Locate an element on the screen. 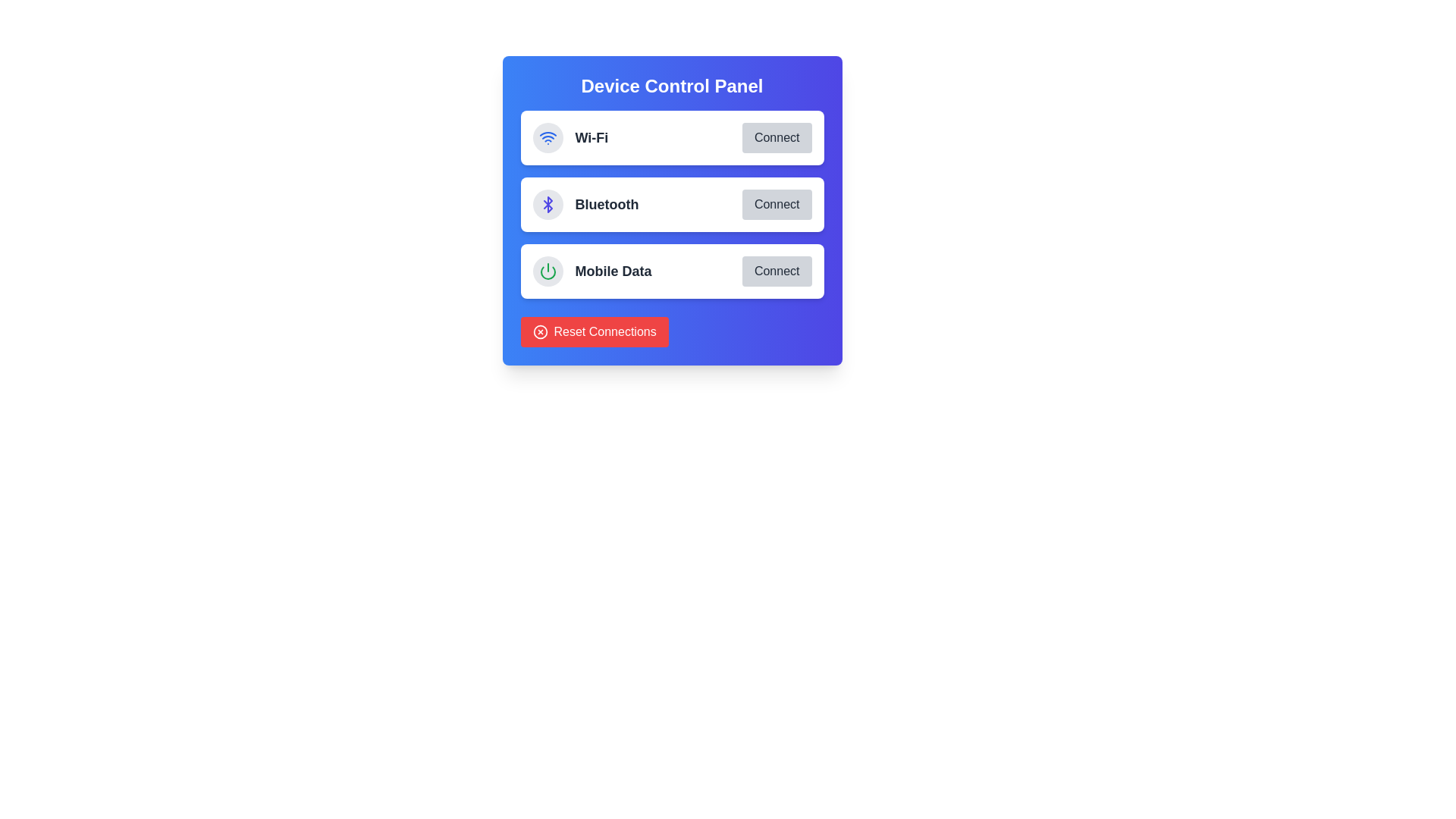  the leftmost button in the 'Mobile Data' row of the 'Device Control Panel' is located at coordinates (547, 271).